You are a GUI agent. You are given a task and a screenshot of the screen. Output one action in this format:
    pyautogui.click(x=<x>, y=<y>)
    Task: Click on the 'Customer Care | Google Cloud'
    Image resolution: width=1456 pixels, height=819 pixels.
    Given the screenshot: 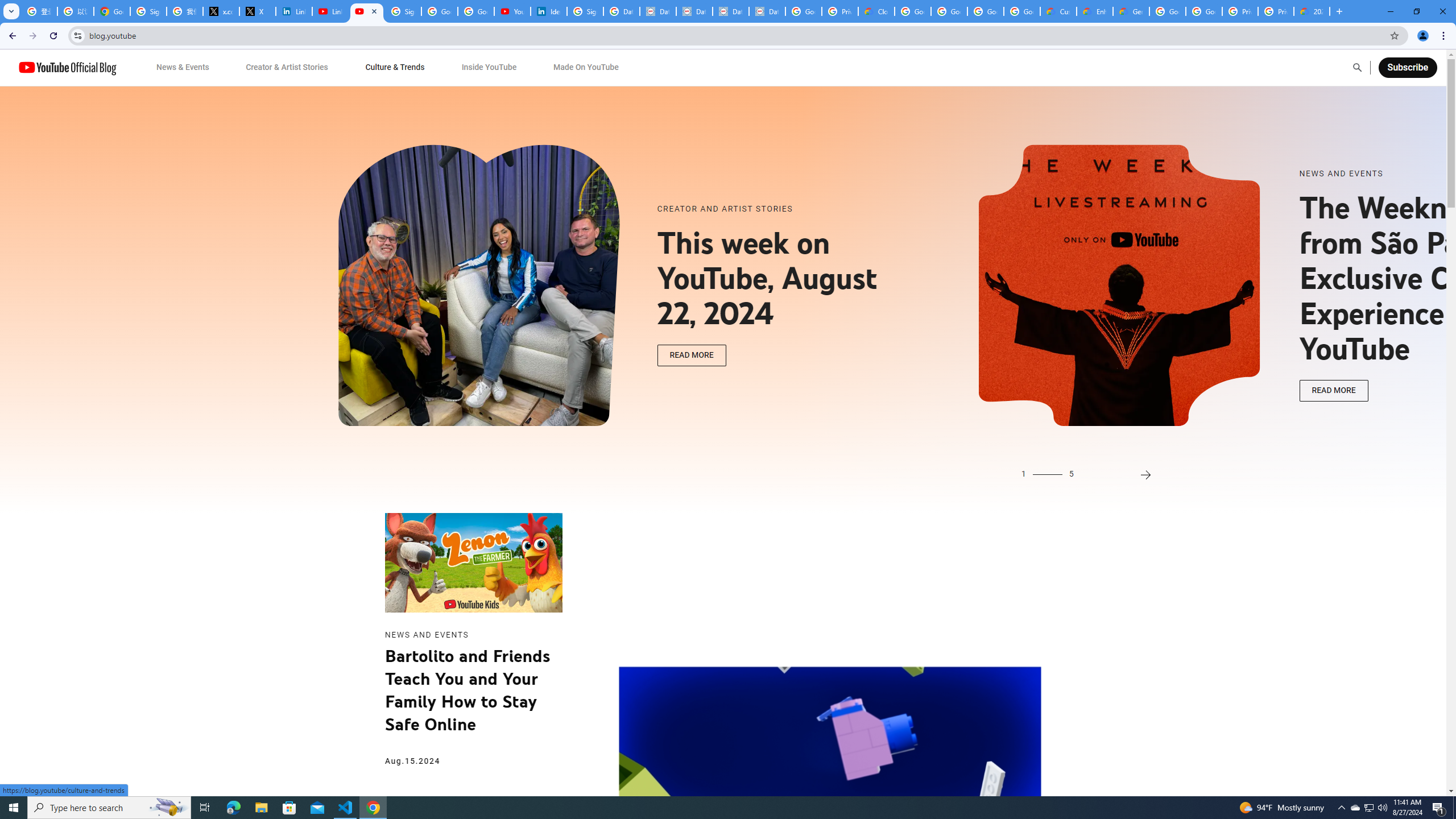 What is the action you would take?
    pyautogui.click(x=1058, y=11)
    